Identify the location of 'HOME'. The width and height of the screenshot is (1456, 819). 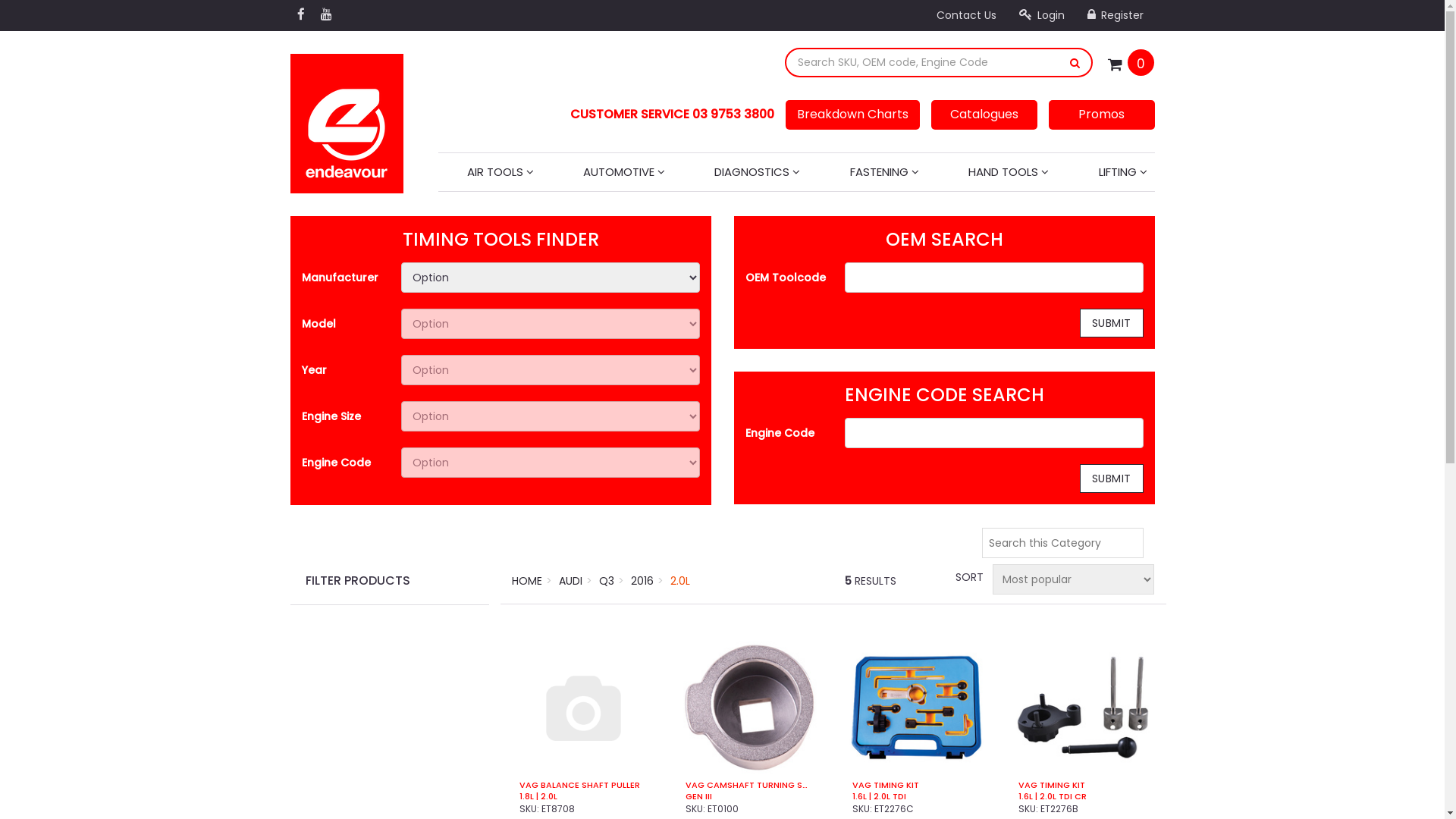
(527, 580).